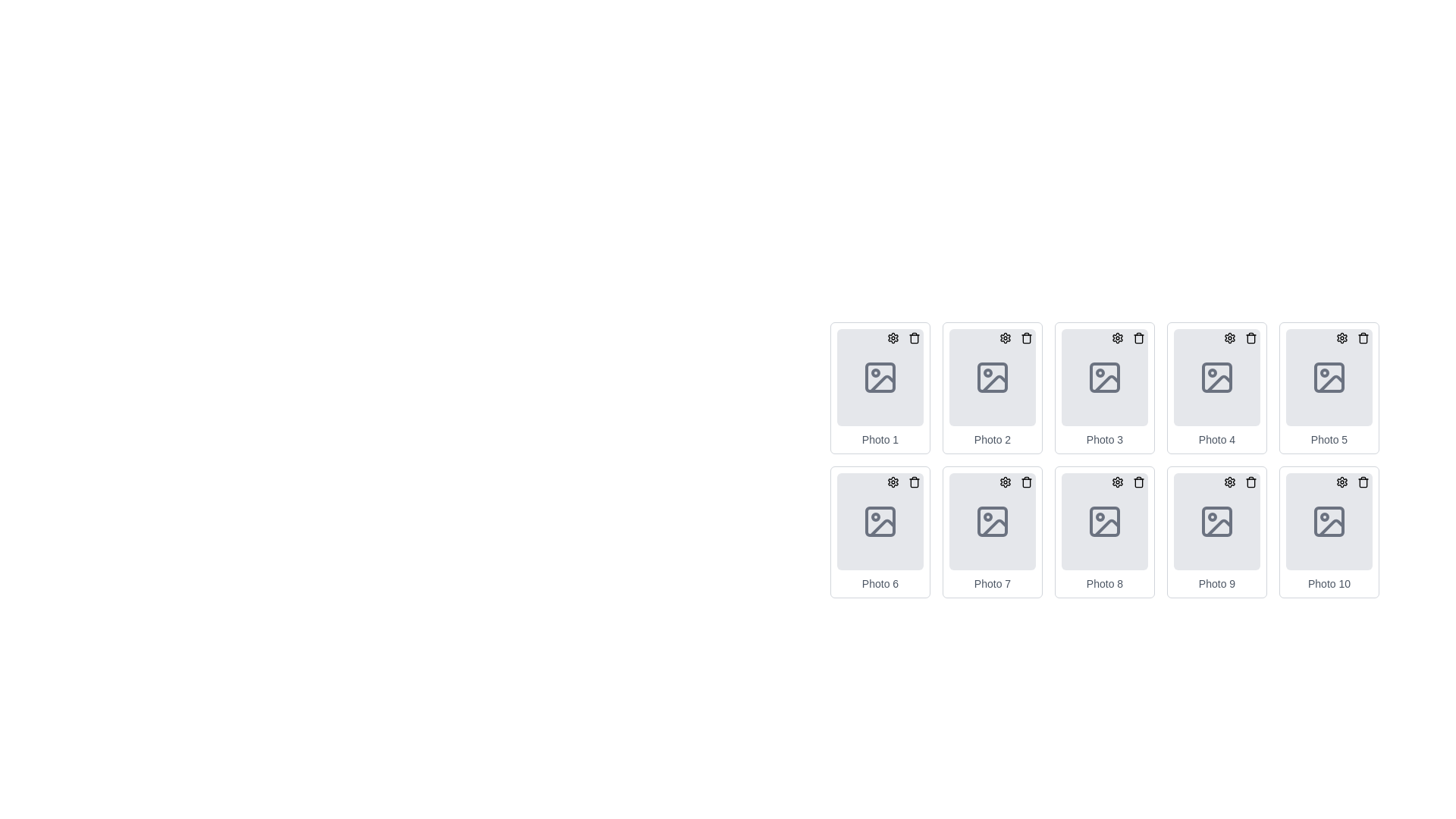  I want to click on the SVG photo image placeholder icon located in the 'Photo 3' card, which is the third card in the top row of a grid layout, so click(1105, 376).